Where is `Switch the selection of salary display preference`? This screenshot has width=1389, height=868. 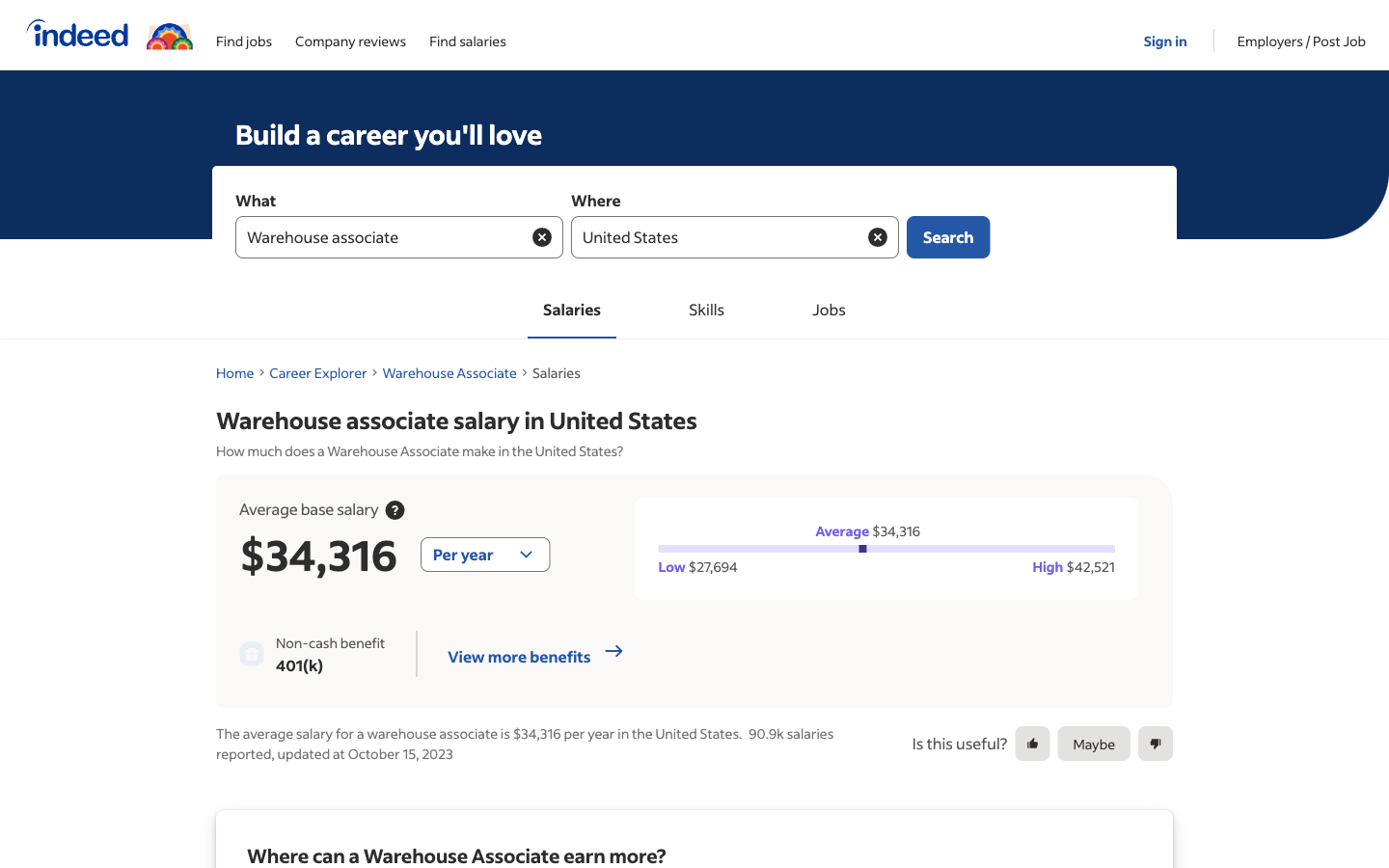 Switch the selection of salary display preference is located at coordinates (483, 555).